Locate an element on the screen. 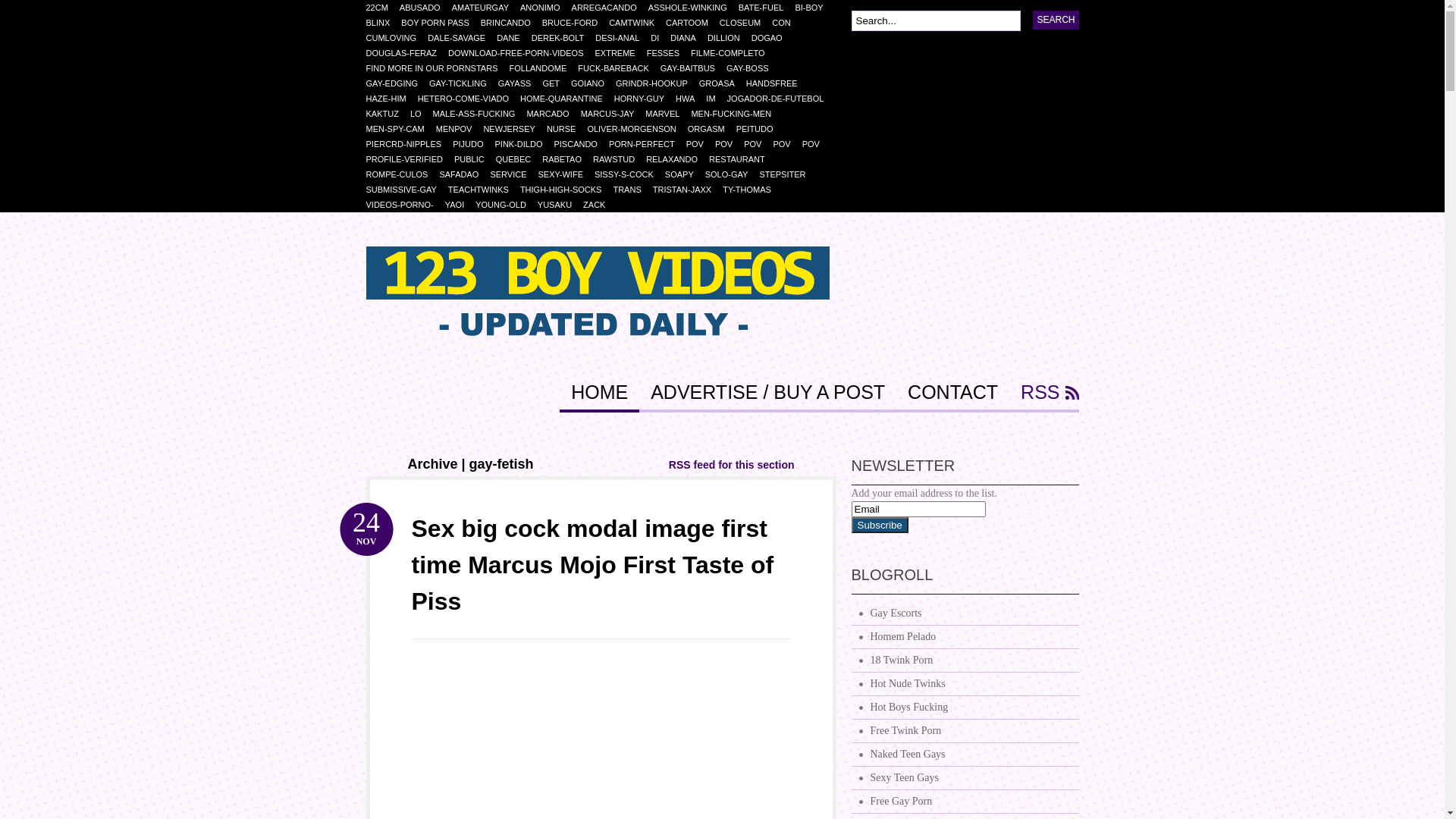 The width and height of the screenshot is (1456, 819). 'BRINCANDO' is located at coordinates (511, 23).